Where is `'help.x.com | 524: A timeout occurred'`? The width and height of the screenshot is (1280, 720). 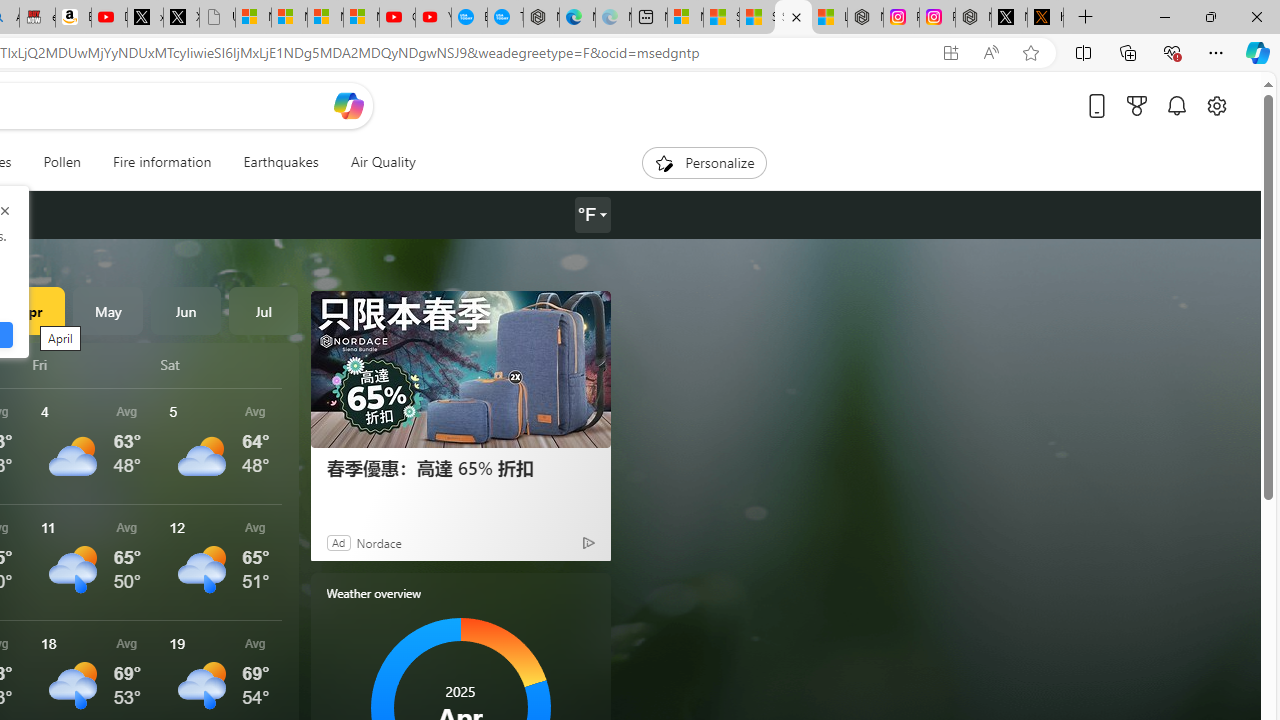
'help.x.com | 524: A timeout occurred' is located at coordinates (1044, 17).